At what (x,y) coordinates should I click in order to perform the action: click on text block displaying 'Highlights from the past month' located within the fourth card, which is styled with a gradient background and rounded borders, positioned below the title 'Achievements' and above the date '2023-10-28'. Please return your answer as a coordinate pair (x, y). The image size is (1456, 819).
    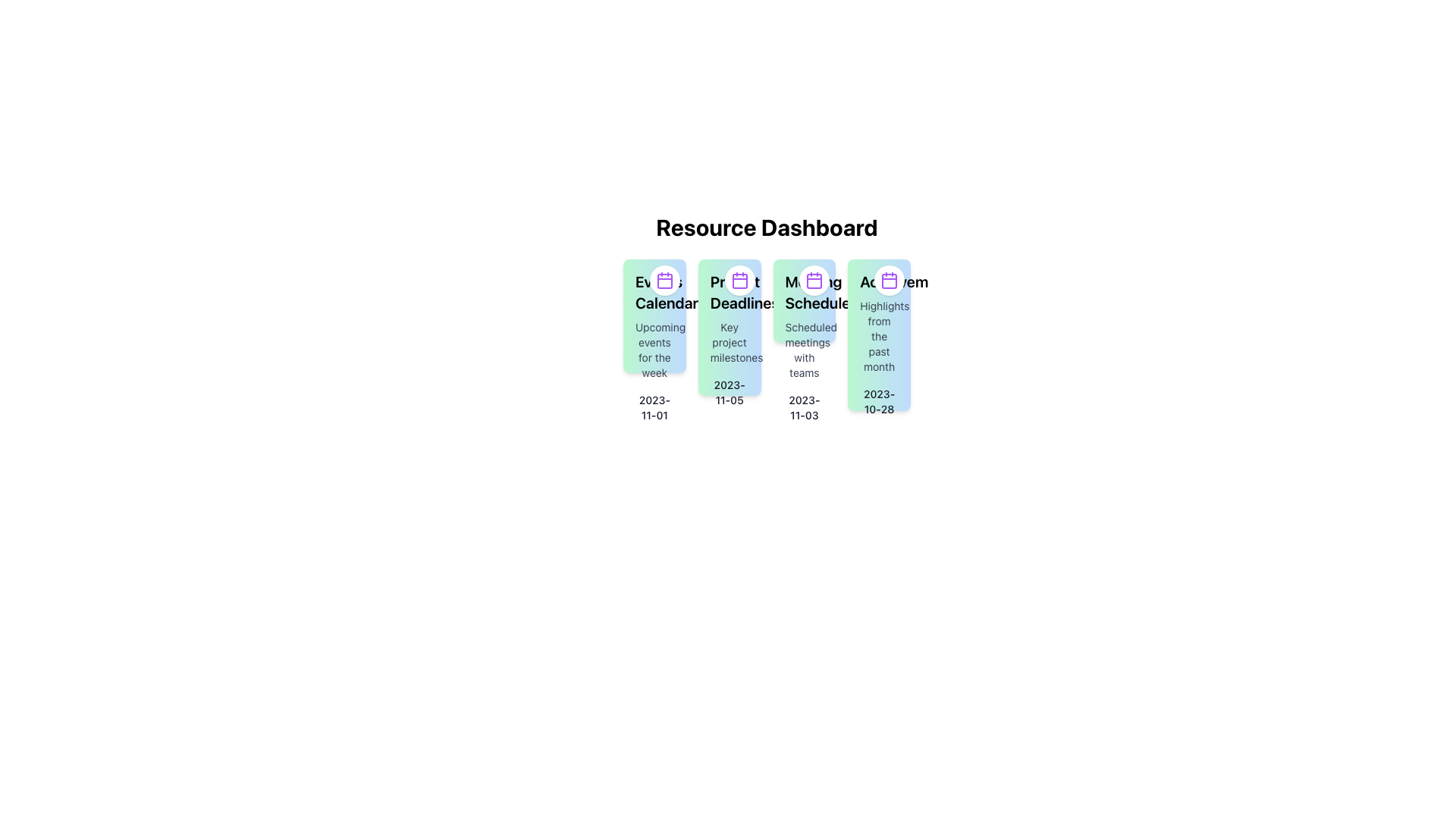
    Looking at the image, I should click on (879, 335).